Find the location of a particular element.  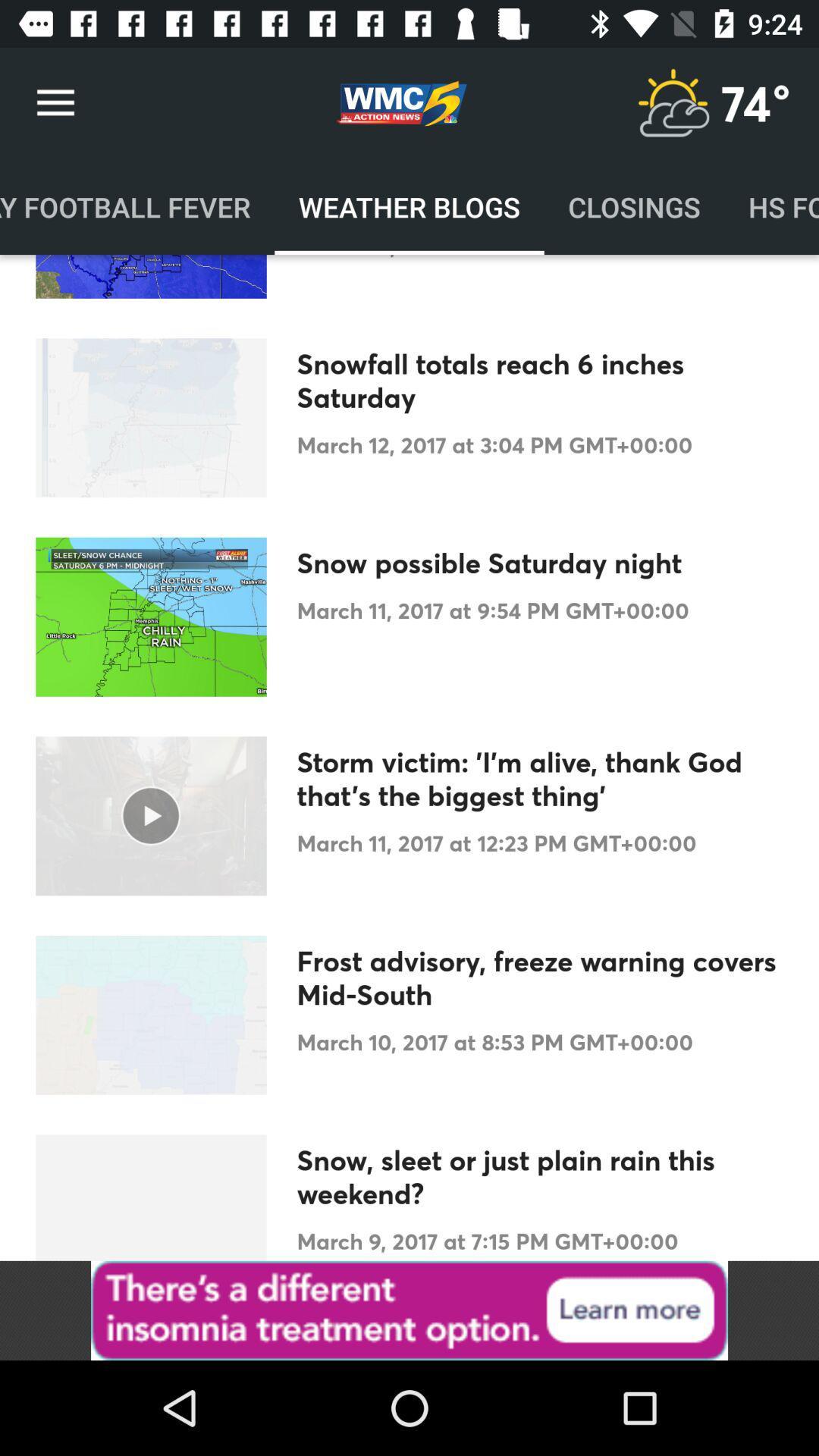

banner advertisement is located at coordinates (409, 1310).